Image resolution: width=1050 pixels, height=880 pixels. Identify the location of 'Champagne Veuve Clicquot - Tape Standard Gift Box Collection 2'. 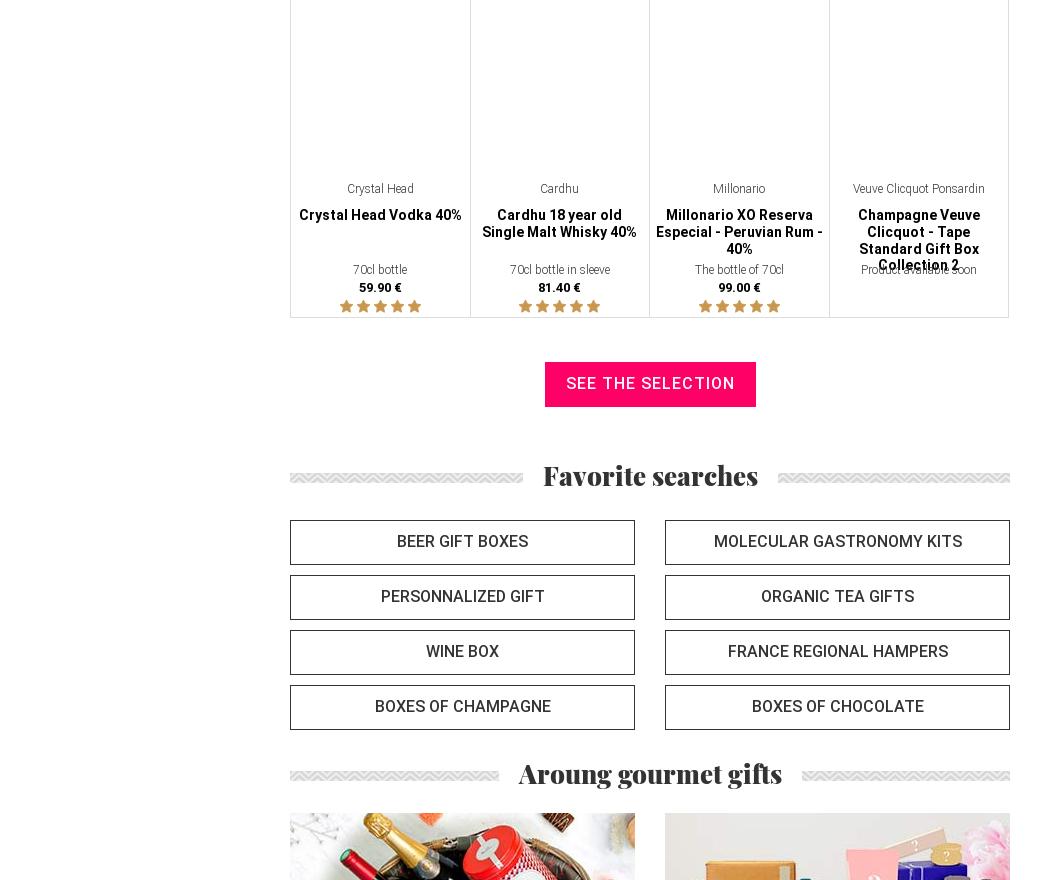
(918, 238).